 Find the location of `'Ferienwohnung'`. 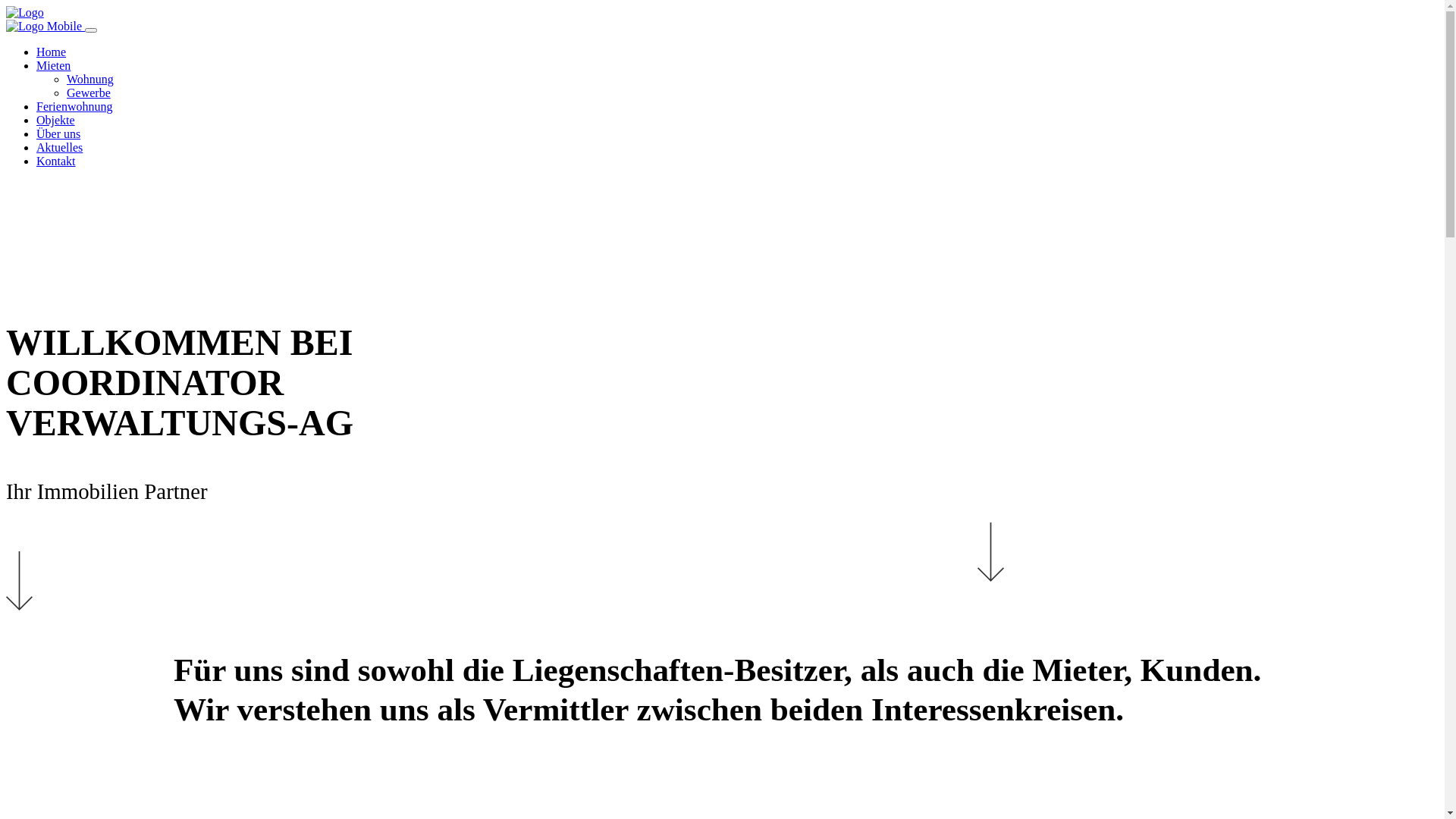

'Ferienwohnung' is located at coordinates (73, 105).